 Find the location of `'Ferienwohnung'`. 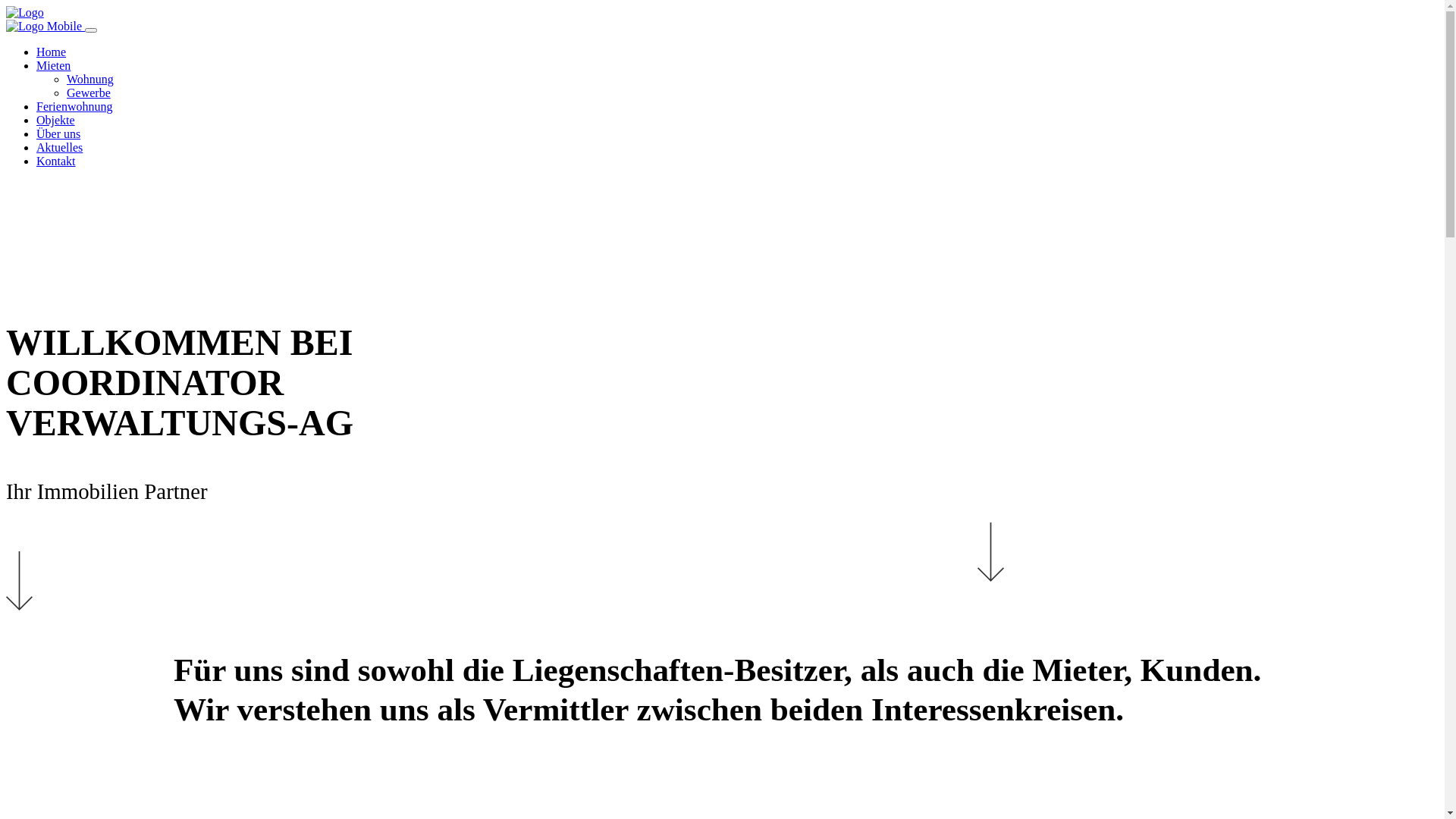

'Ferienwohnung' is located at coordinates (73, 105).